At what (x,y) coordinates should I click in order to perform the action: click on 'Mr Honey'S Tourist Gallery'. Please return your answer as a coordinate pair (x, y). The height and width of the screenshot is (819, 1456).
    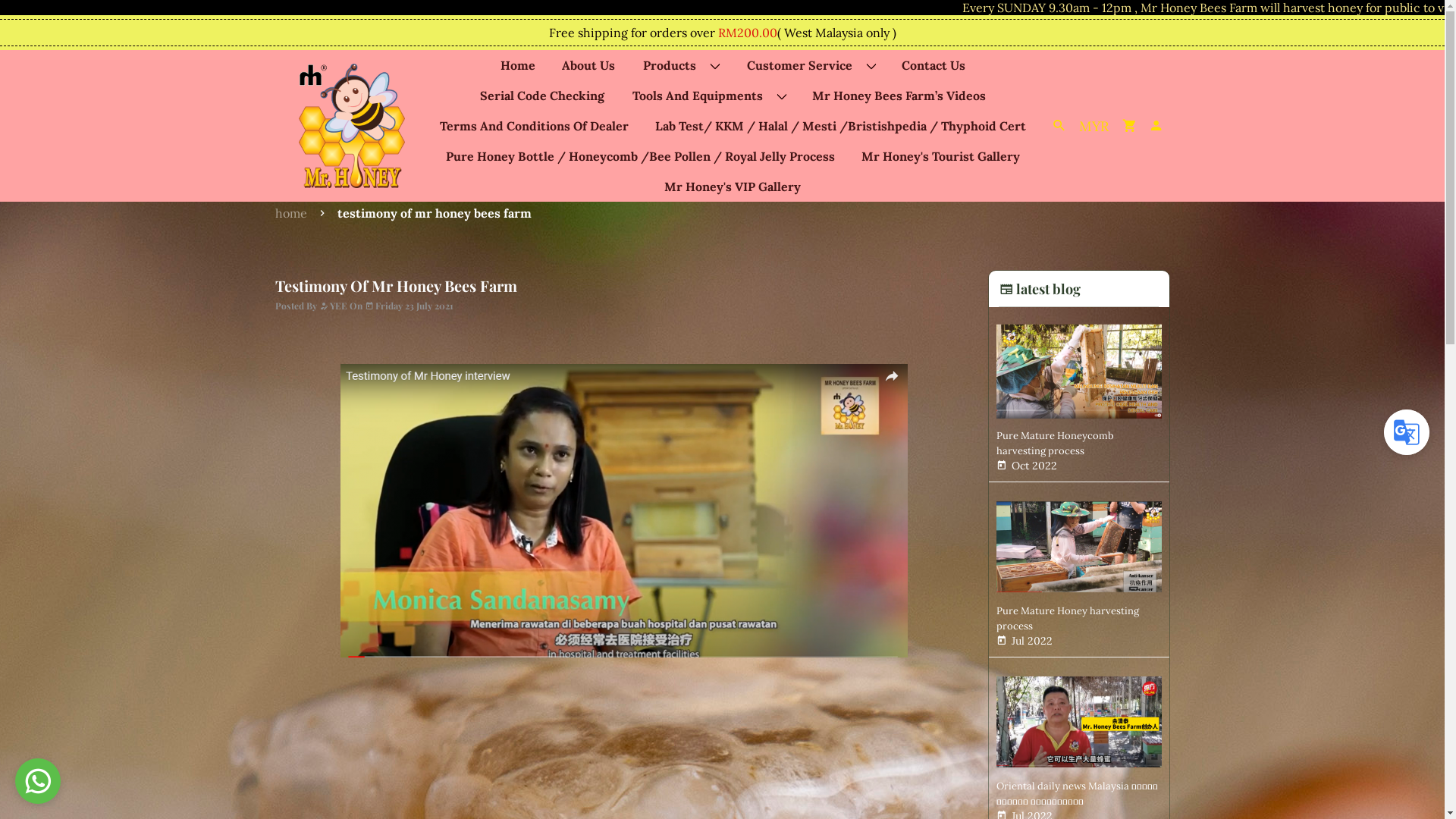
    Looking at the image, I should click on (940, 155).